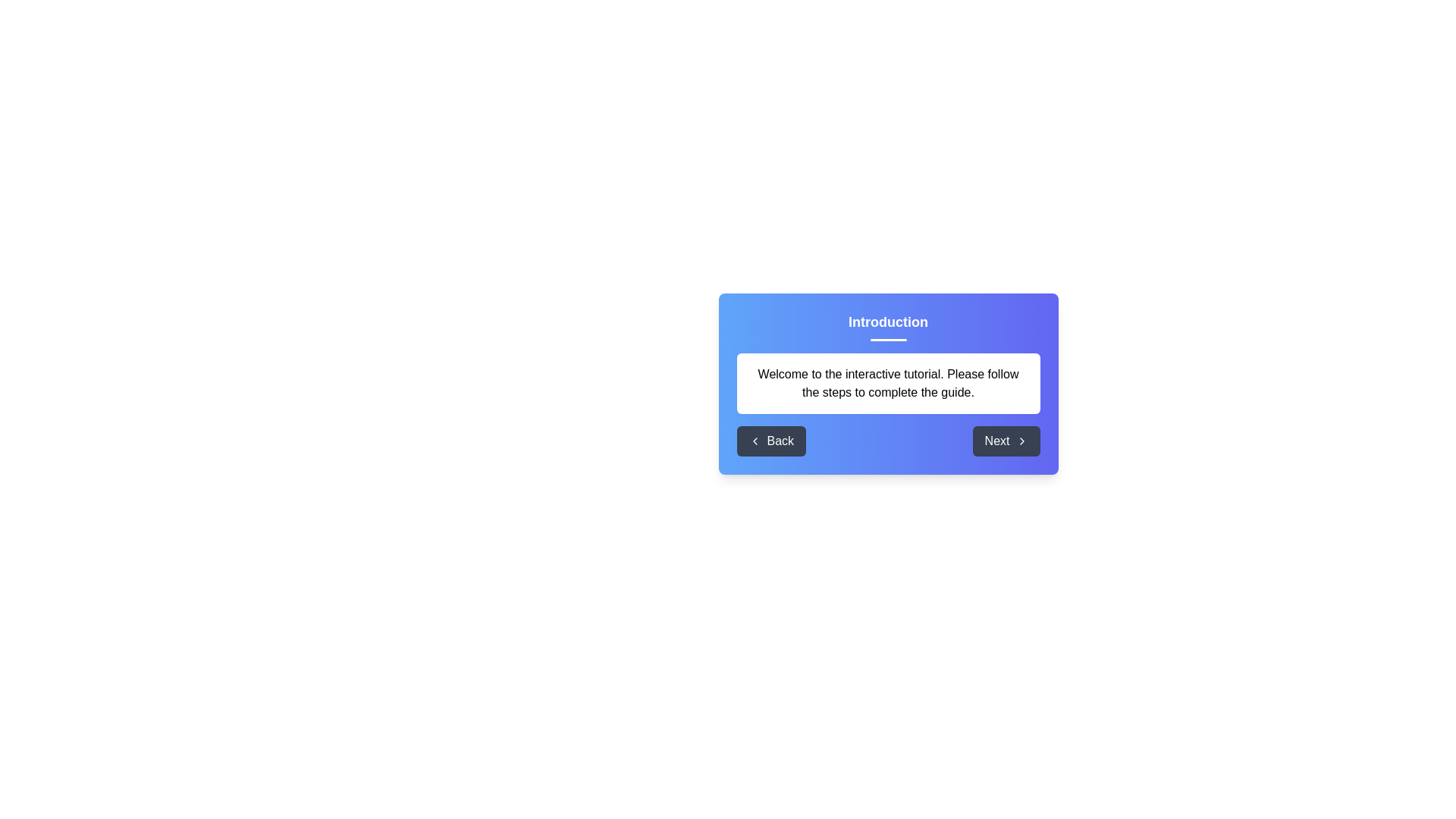 The image size is (1456, 819). Describe the element at coordinates (755, 441) in the screenshot. I see `the back icon located on the bottom left side of the modal interface` at that location.